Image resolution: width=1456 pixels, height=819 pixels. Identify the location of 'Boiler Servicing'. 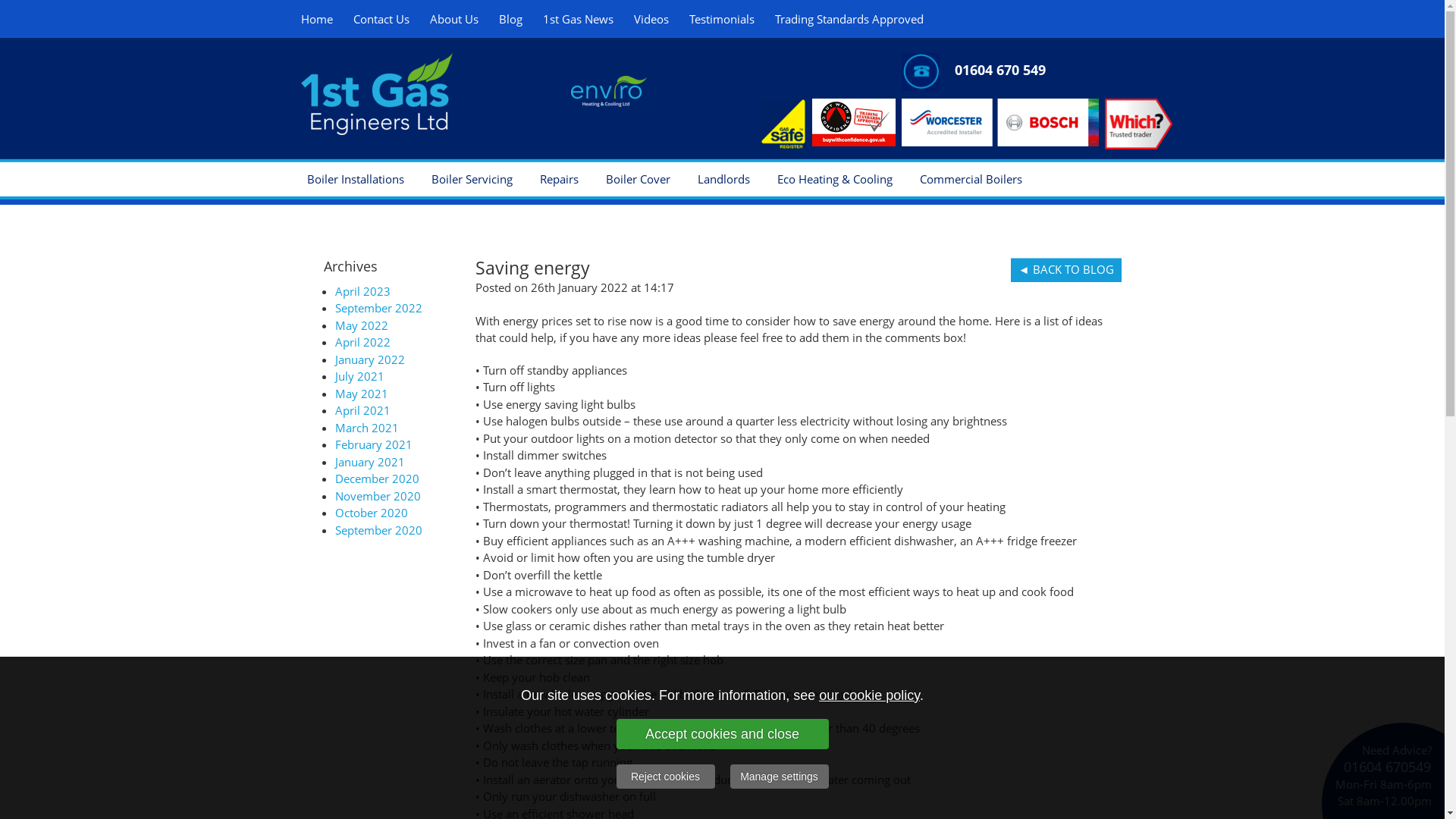
(470, 177).